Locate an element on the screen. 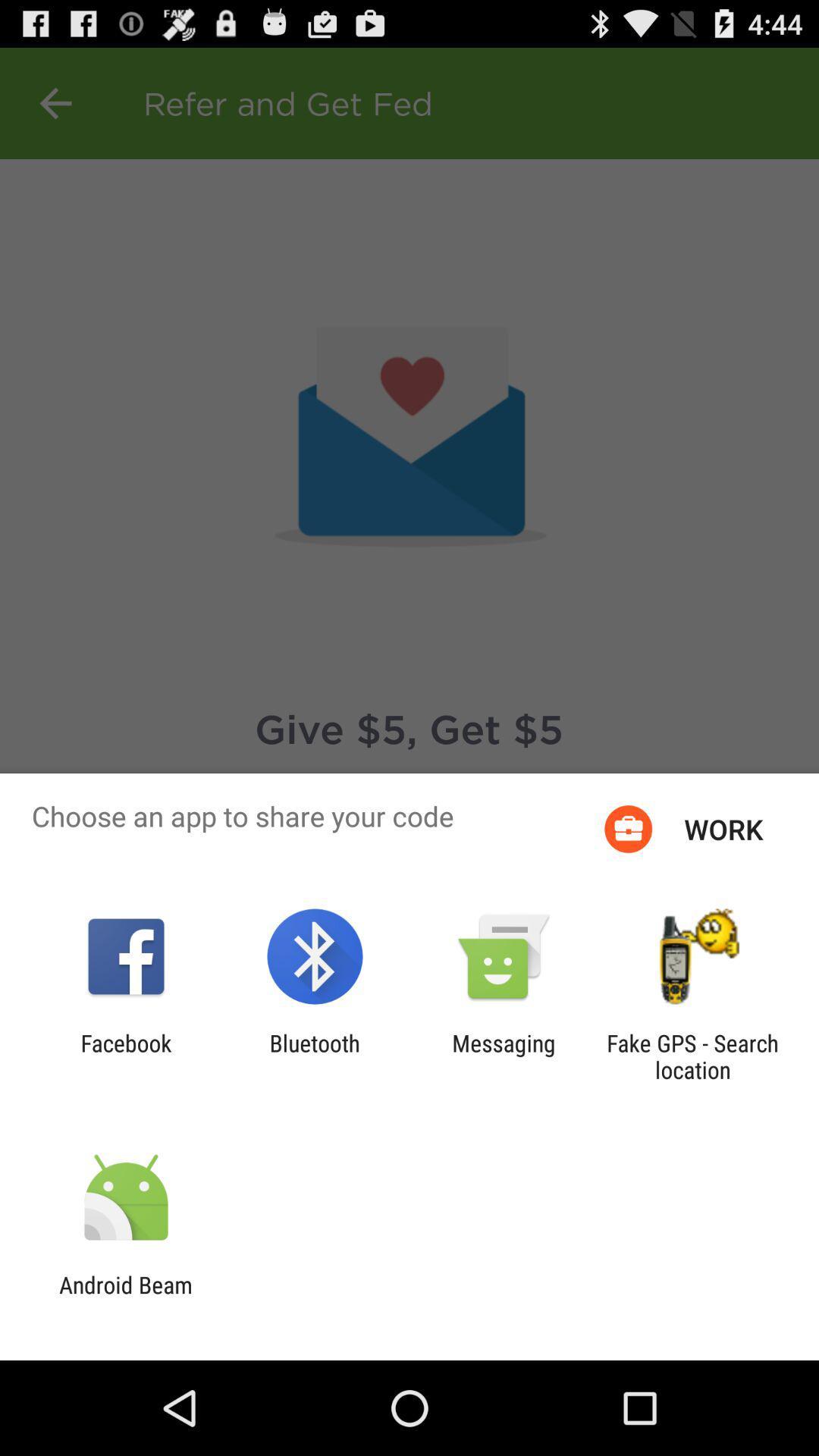  android beam is located at coordinates (125, 1298).